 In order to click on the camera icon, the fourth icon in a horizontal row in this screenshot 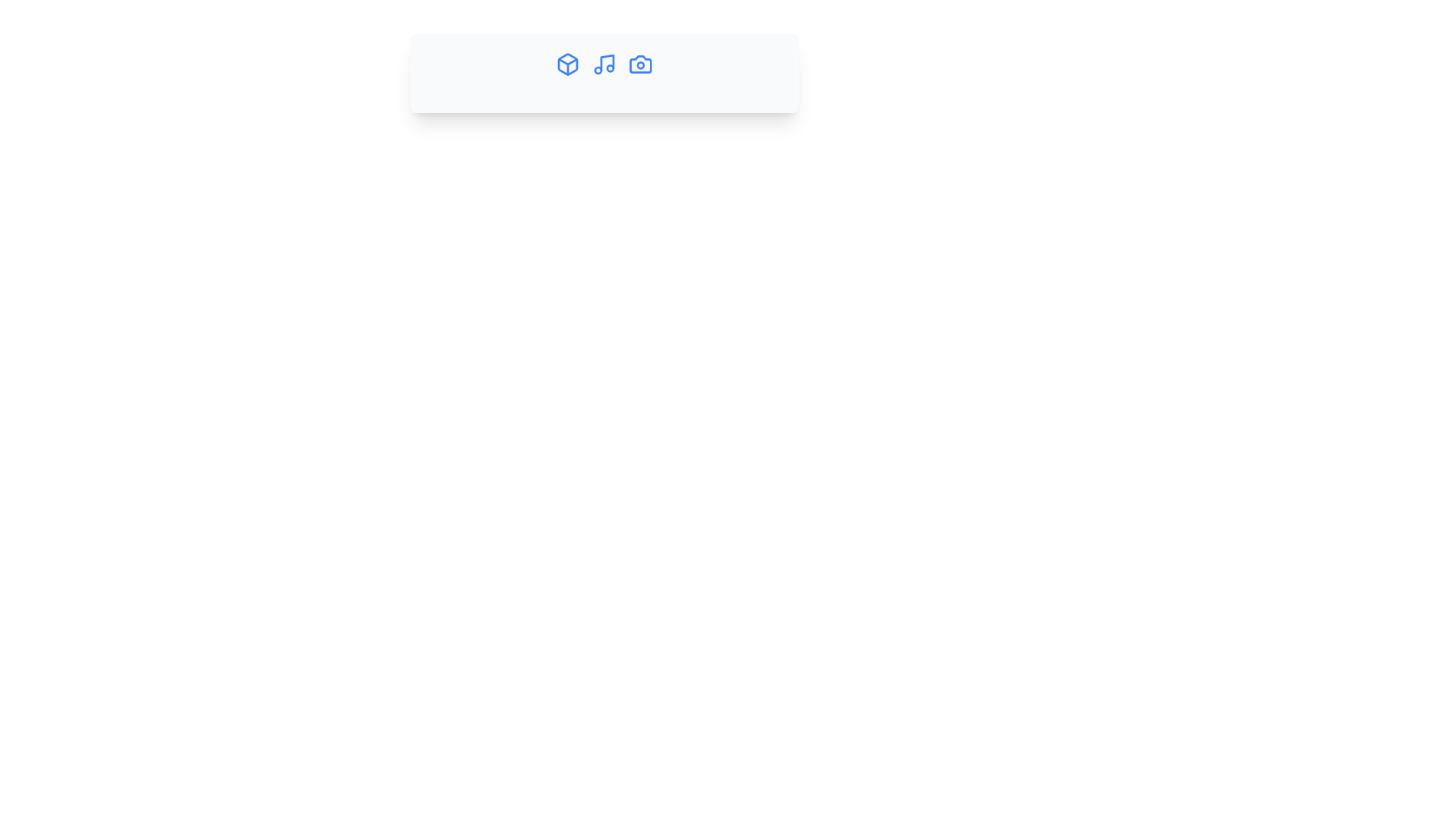, I will do `click(640, 63)`.